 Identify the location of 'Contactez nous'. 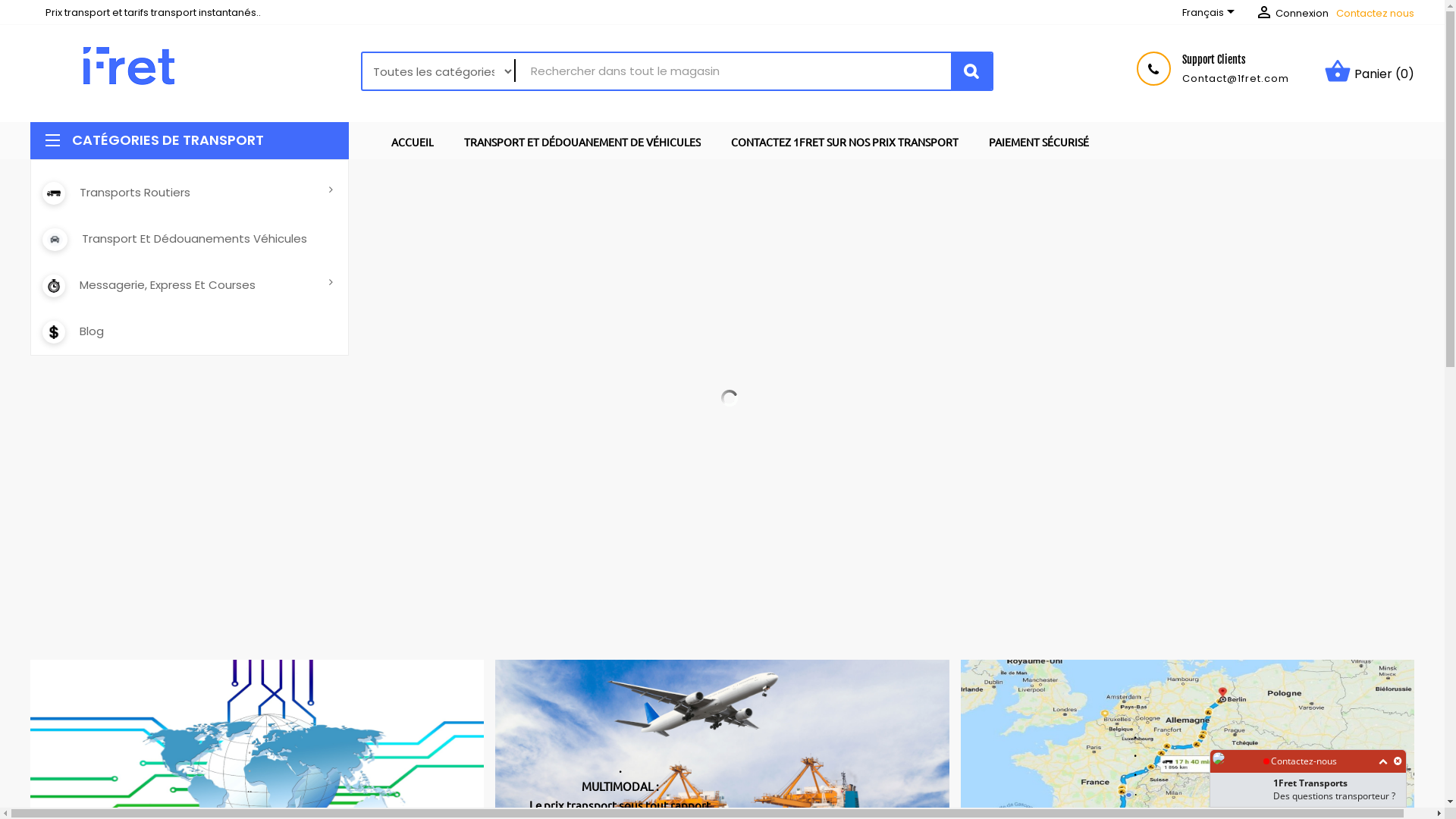
(1375, 13).